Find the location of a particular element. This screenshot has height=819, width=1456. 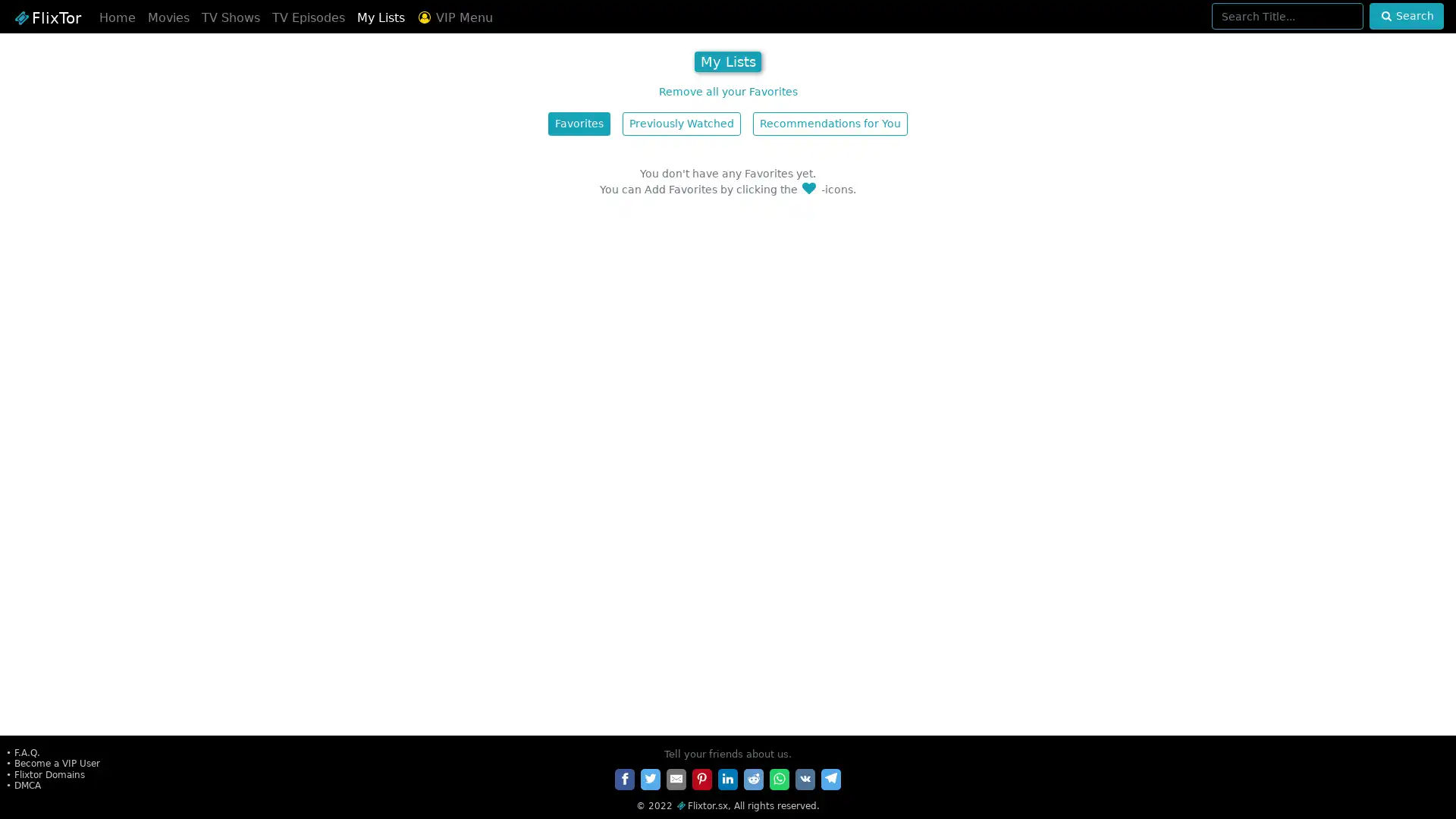

Remove all your Favorites is located at coordinates (726, 92).